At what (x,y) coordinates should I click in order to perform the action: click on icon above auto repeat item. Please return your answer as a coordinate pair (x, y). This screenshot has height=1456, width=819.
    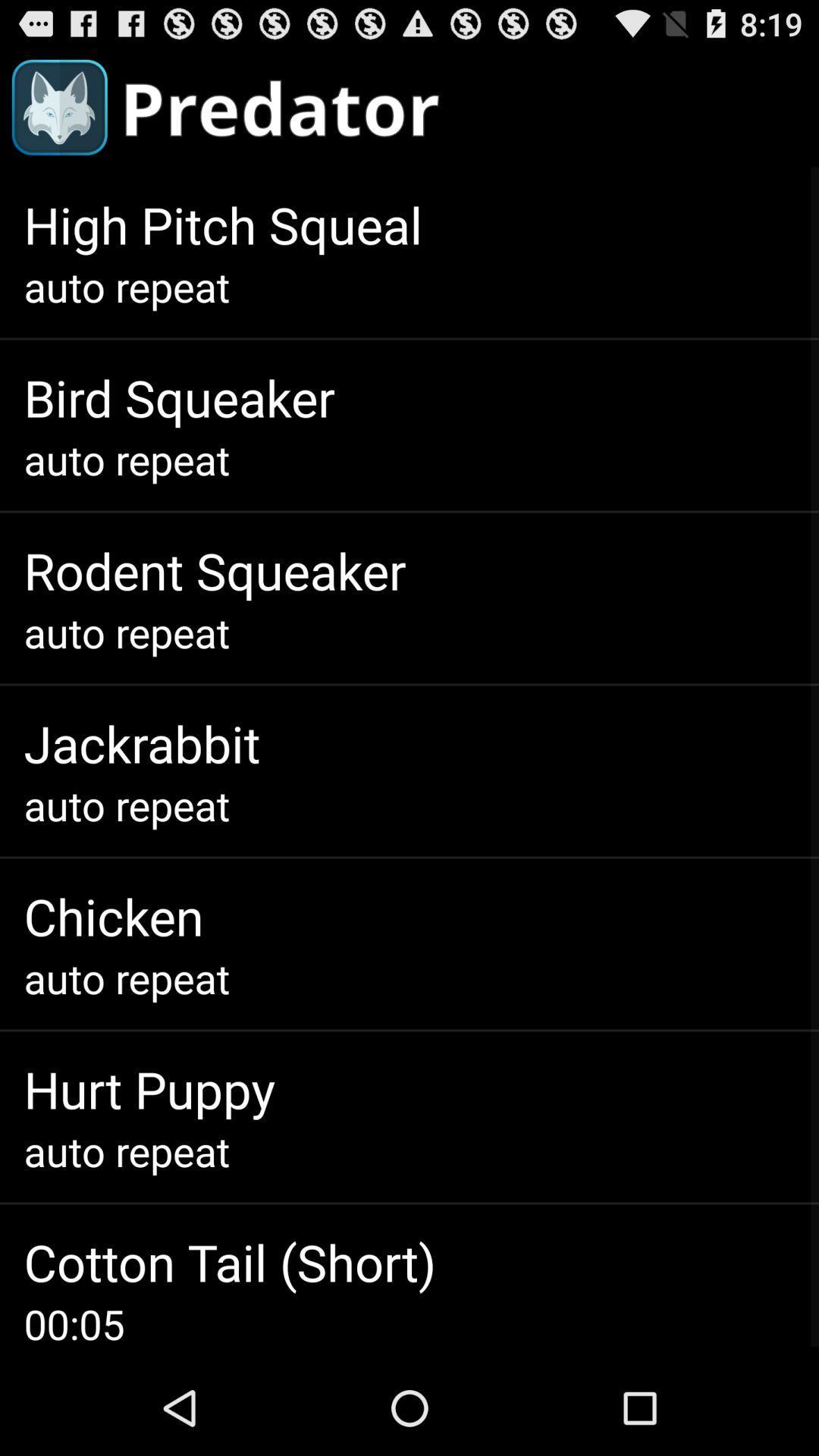
    Looking at the image, I should click on (142, 743).